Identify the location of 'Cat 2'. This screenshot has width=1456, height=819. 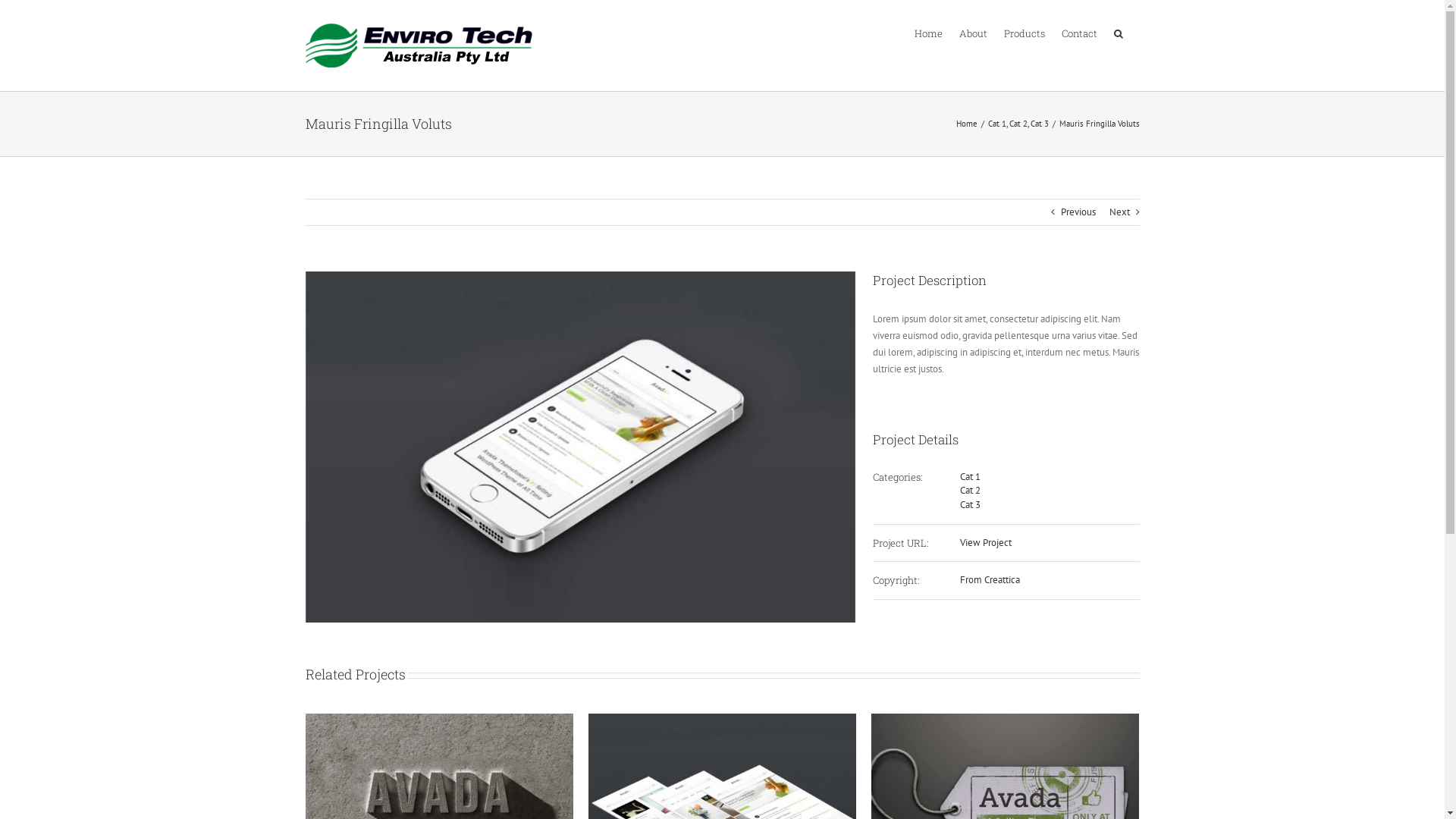
(1018, 122).